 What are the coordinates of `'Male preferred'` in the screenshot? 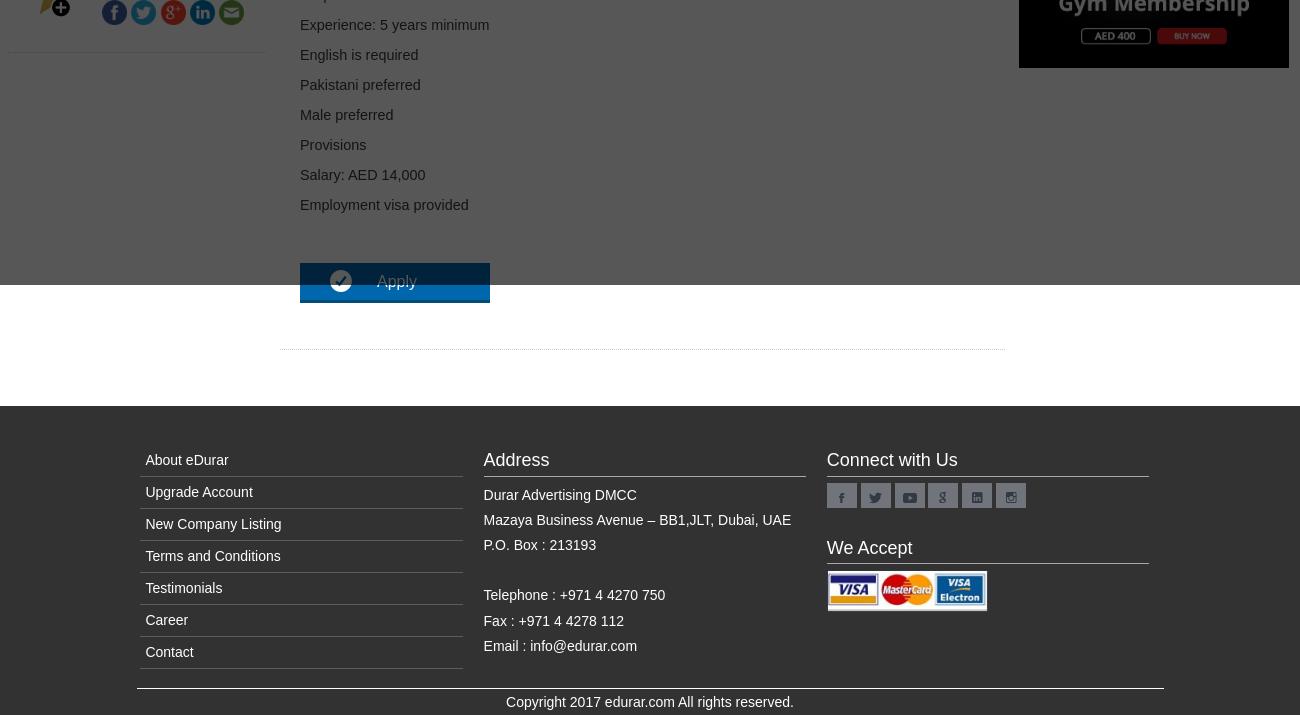 It's located at (345, 114).